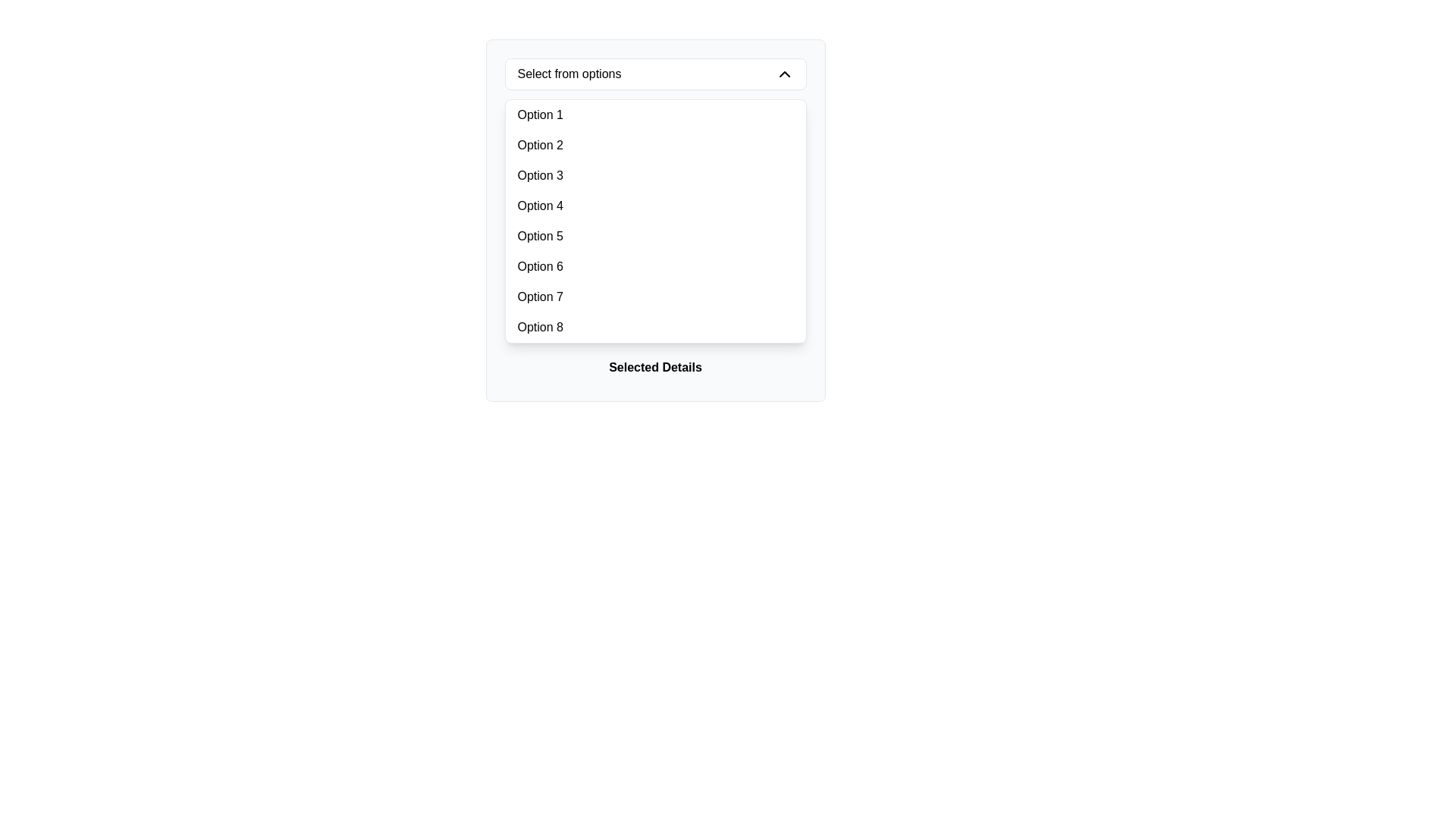 Image resolution: width=1456 pixels, height=819 pixels. Describe the element at coordinates (539, 114) in the screenshot. I see `the first entry in the dropdown menu` at that location.